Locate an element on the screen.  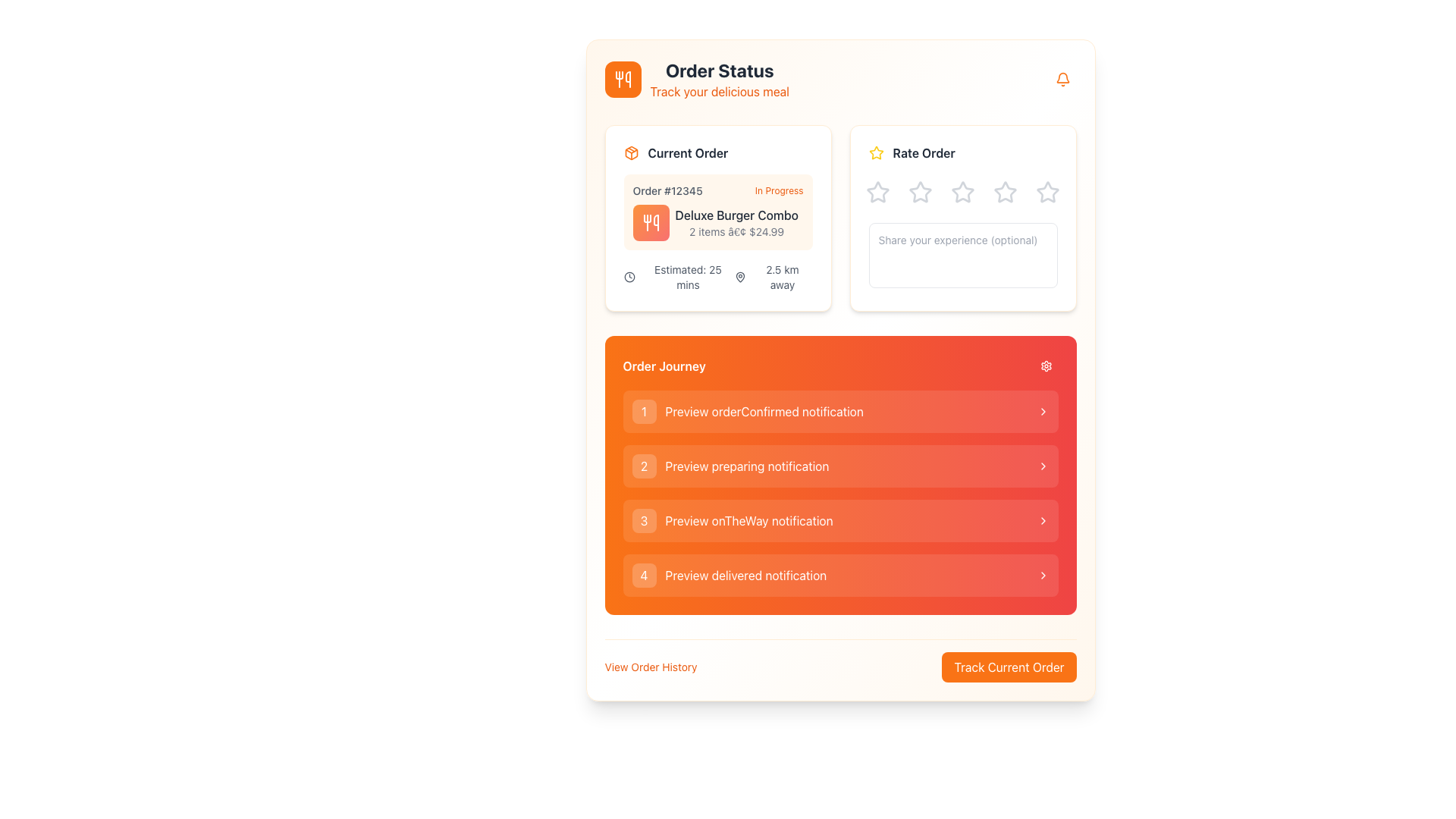
the button labeled '4' is located at coordinates (644, 576).